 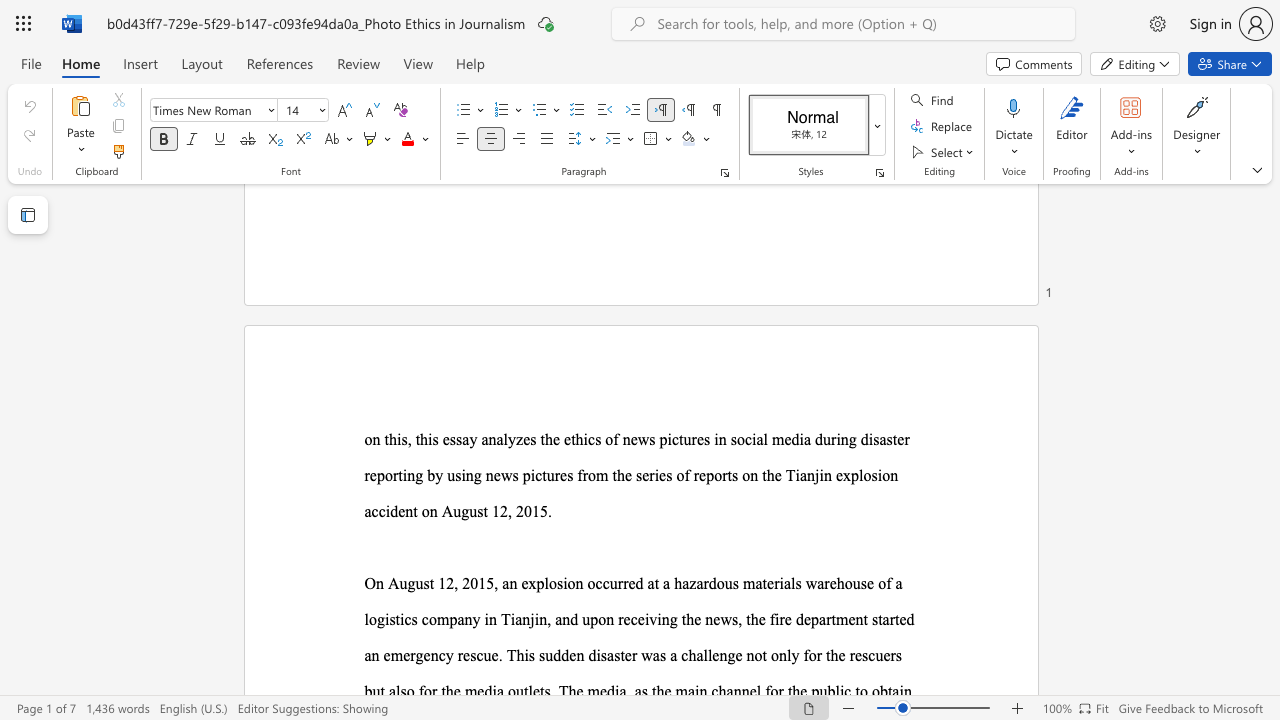 What do you see at coordinates (376, 583) in the screenshot?
I see `the subset text "n August 12" within the text "On August 12, 2015, an explosion occurred at a hazardous materials warehouse of"` at bounding box center [376, 583].